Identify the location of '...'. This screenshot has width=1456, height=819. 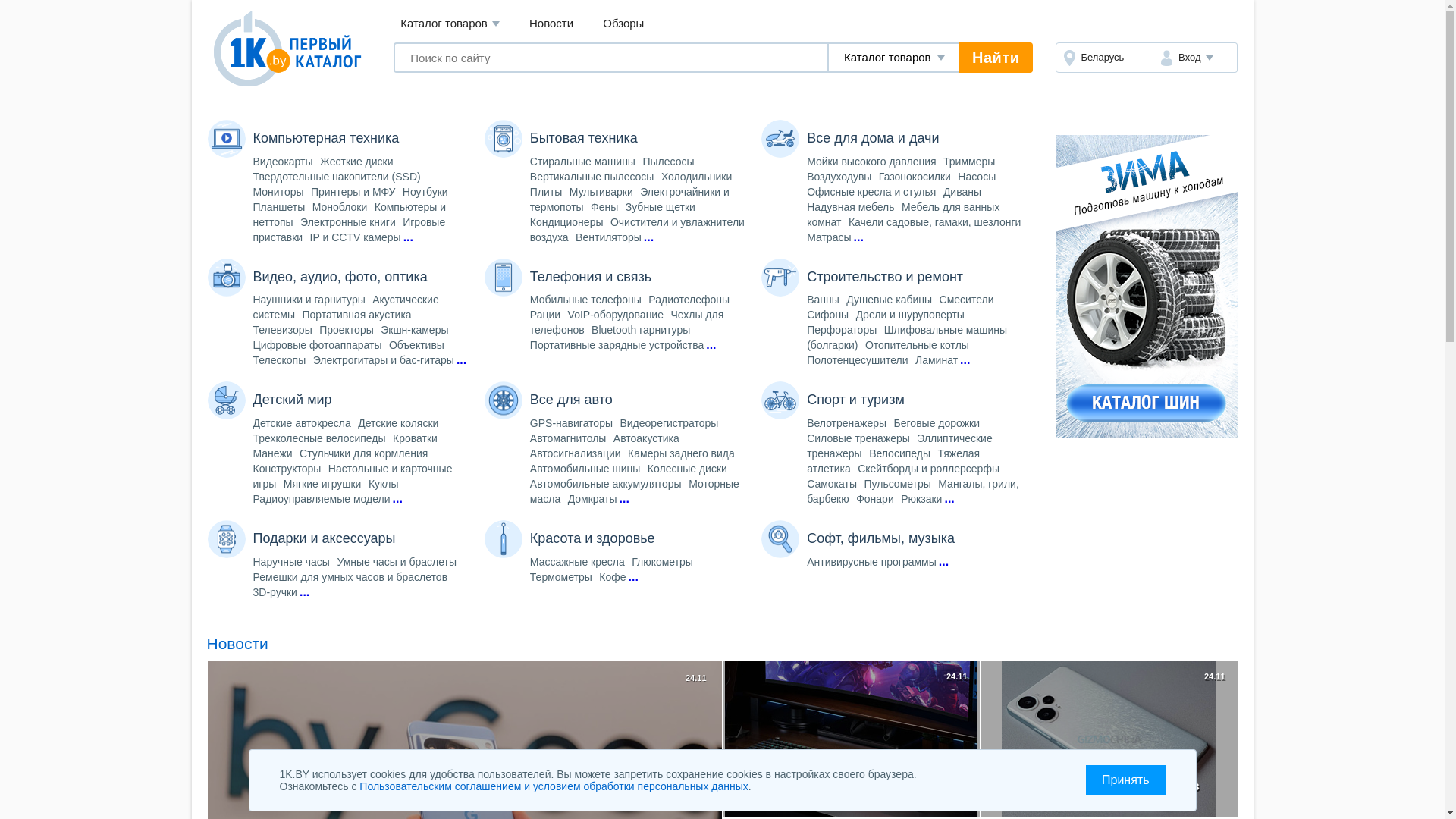
(648, 237).